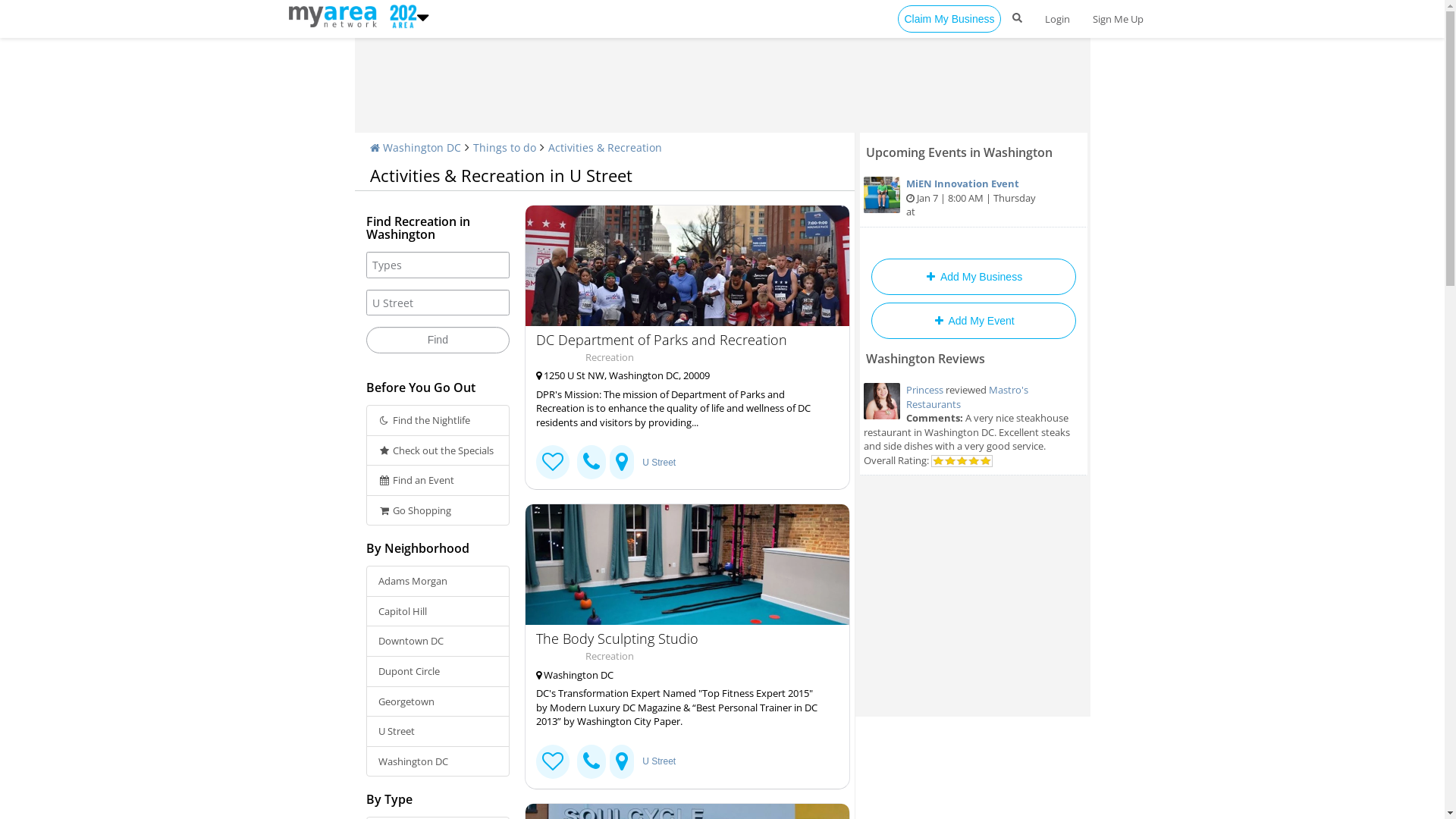 The height and width of the screenshot is (819, 1456). I want to click on 'Washington DC', so click(415, 147).